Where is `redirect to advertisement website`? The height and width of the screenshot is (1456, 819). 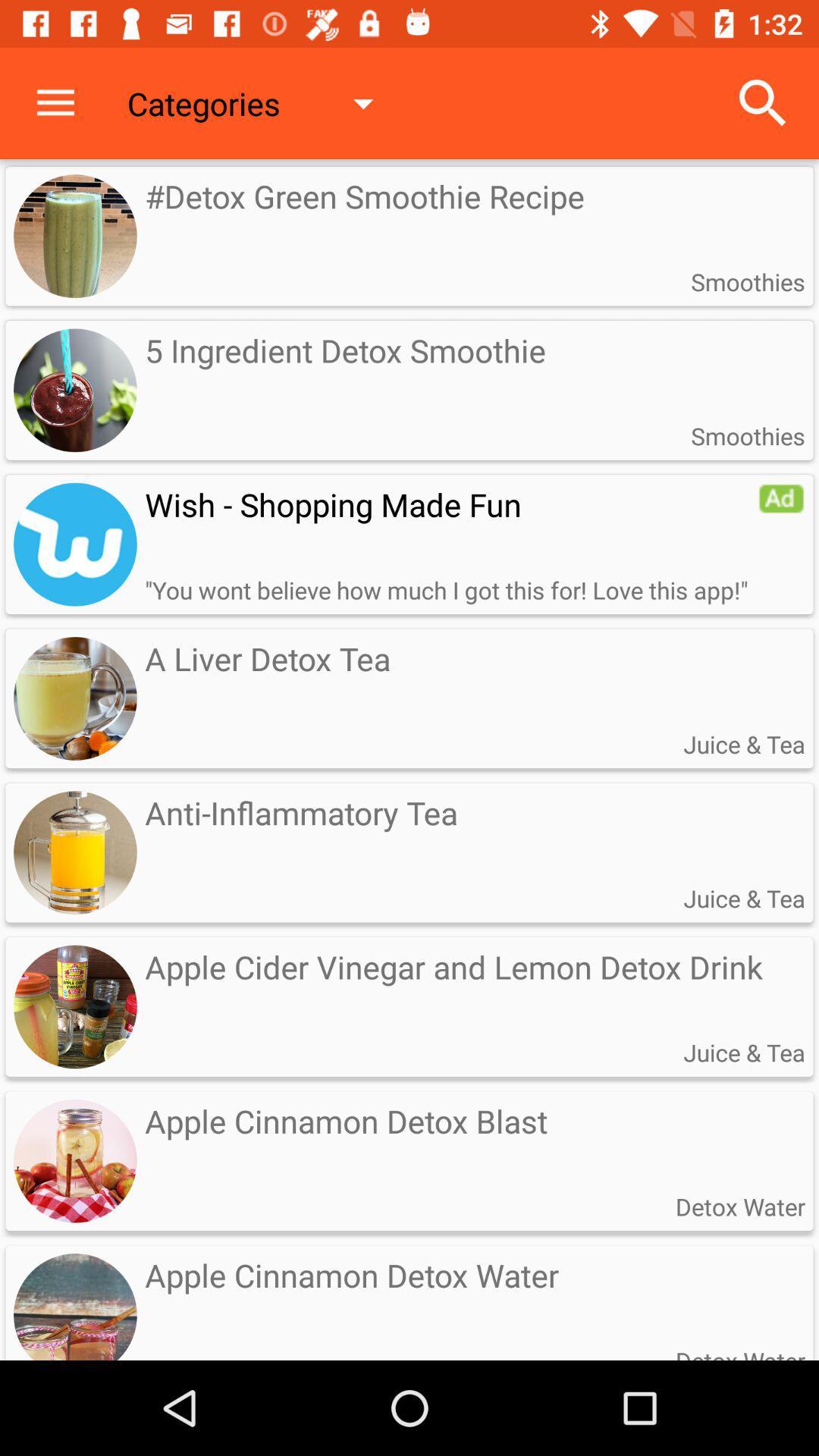 redirect to advertisement website is located at coordinates (781, 498).